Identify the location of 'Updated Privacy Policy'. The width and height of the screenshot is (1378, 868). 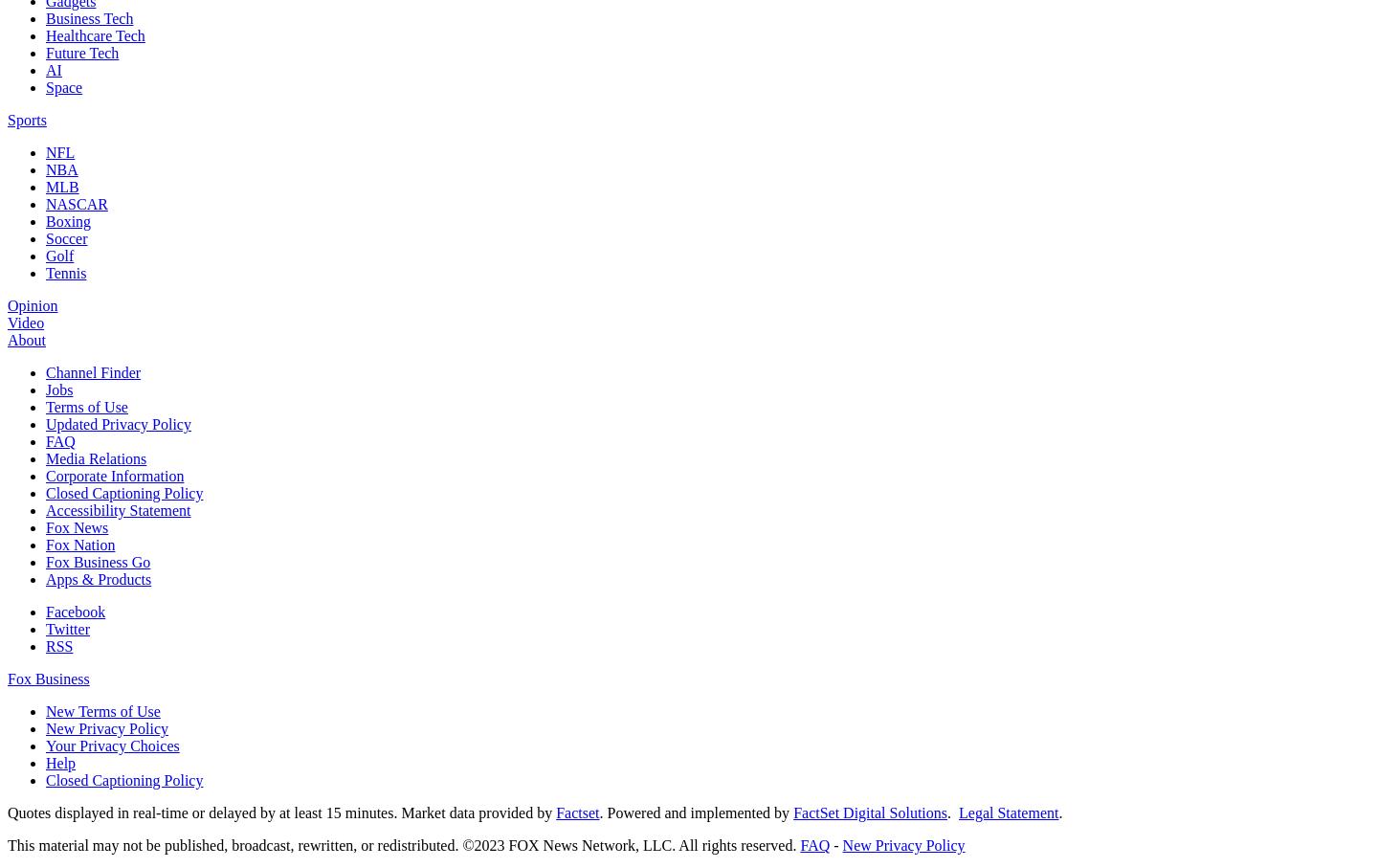
(117, 422).